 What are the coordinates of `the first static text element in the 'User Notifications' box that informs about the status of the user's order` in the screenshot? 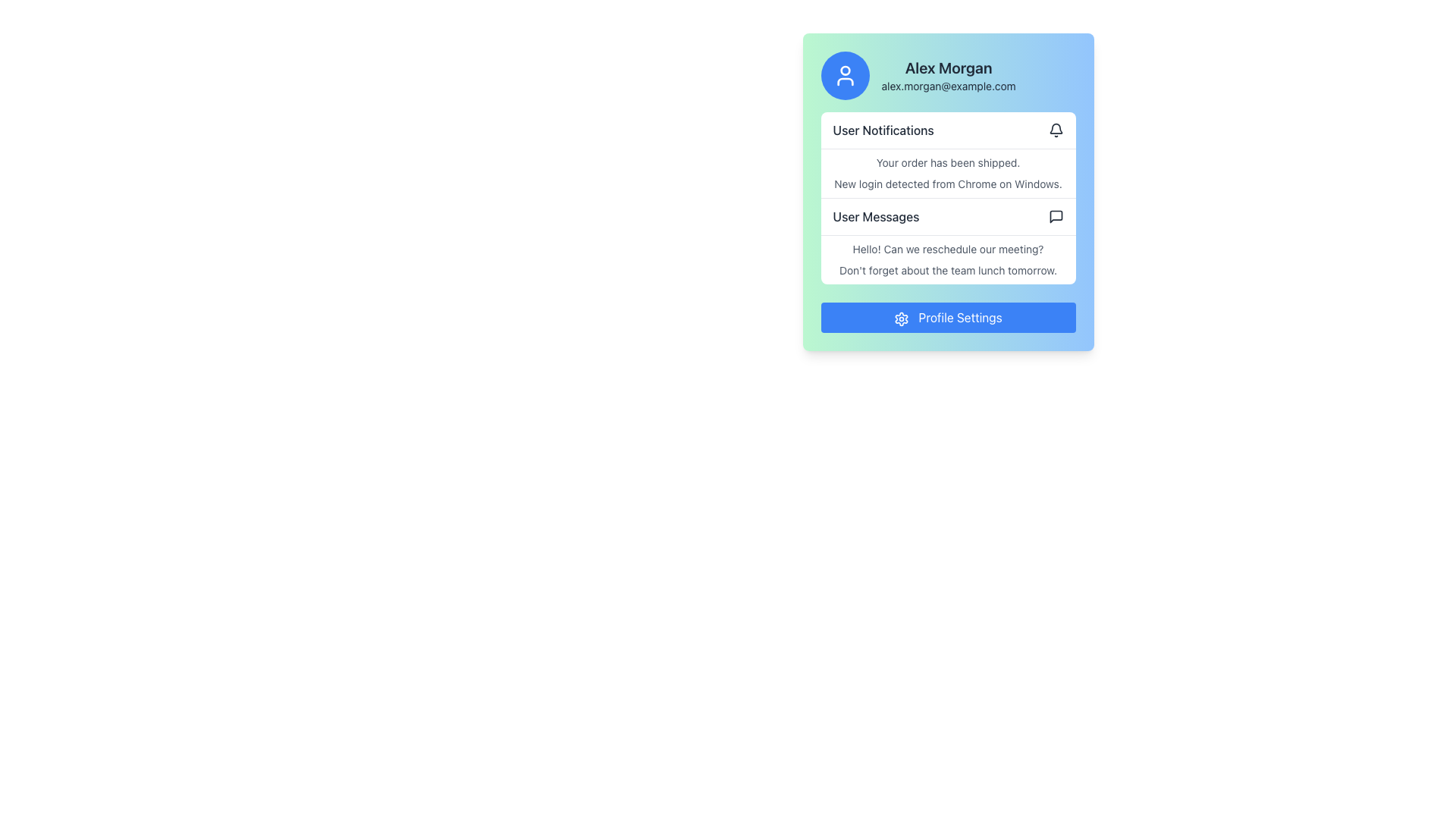 It's located at (947, 163).